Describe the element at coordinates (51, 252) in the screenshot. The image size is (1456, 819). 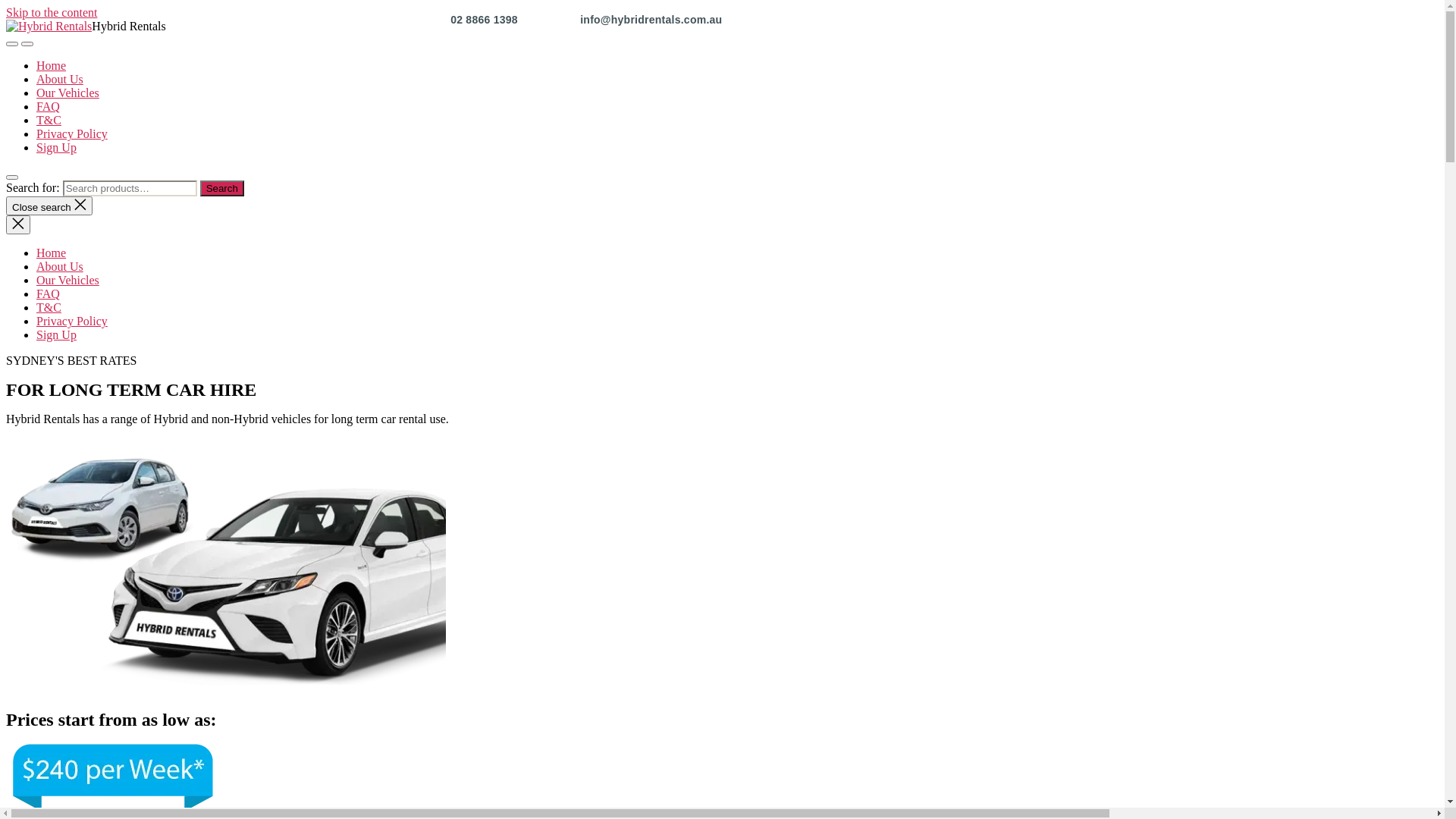
I see `'Home'` at that location.